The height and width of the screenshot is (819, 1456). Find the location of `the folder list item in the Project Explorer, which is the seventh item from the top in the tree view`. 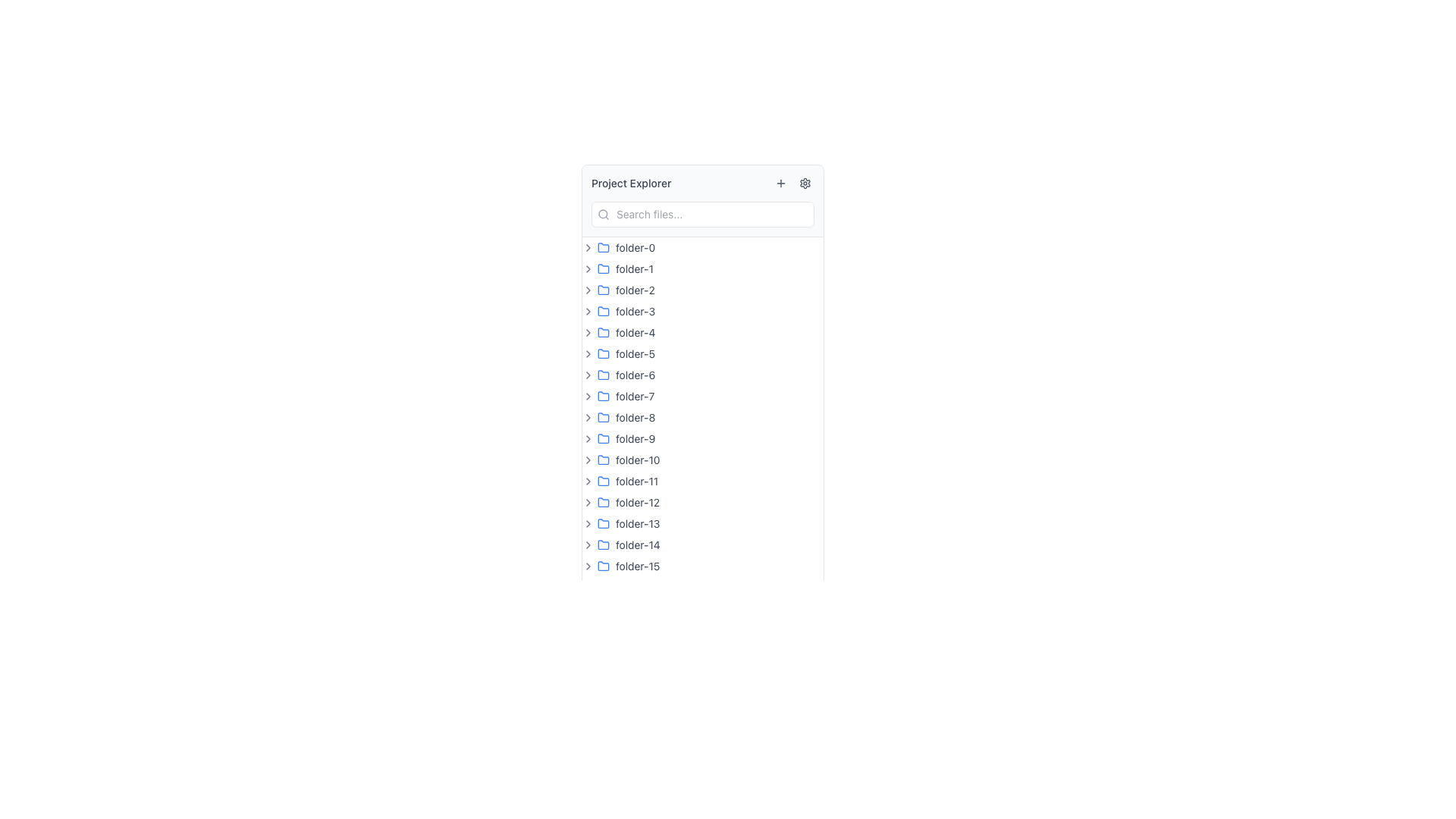

the folder list item in the Project Explorer, which is the seventh item from the top in the tree view is located at coordinates (701, 375).